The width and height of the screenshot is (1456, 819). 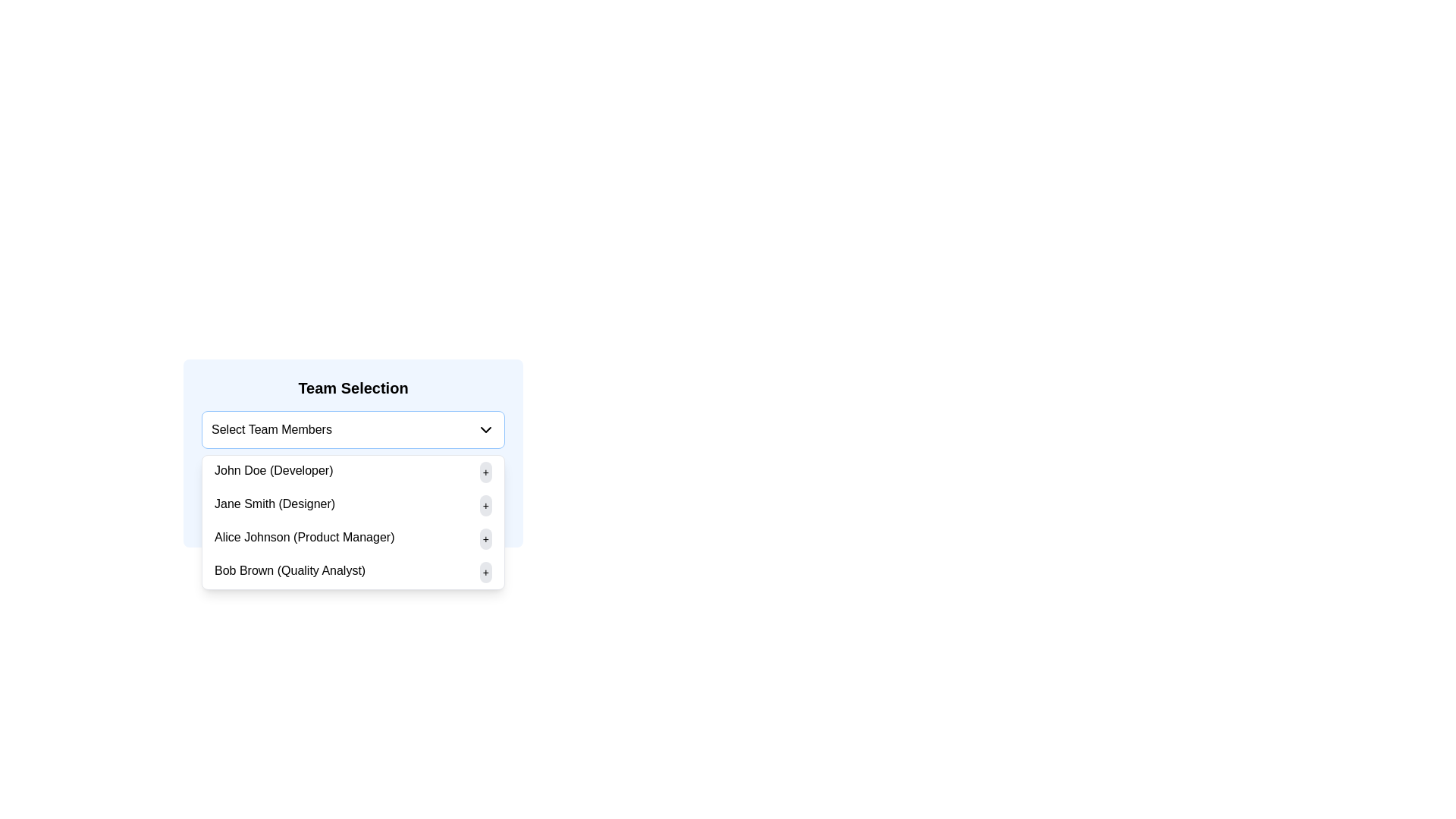 I want to click on the header text element labeled 'Team Selection', which is styled in bold and prominently placed at the top of the group, so click(x=352, y=388).